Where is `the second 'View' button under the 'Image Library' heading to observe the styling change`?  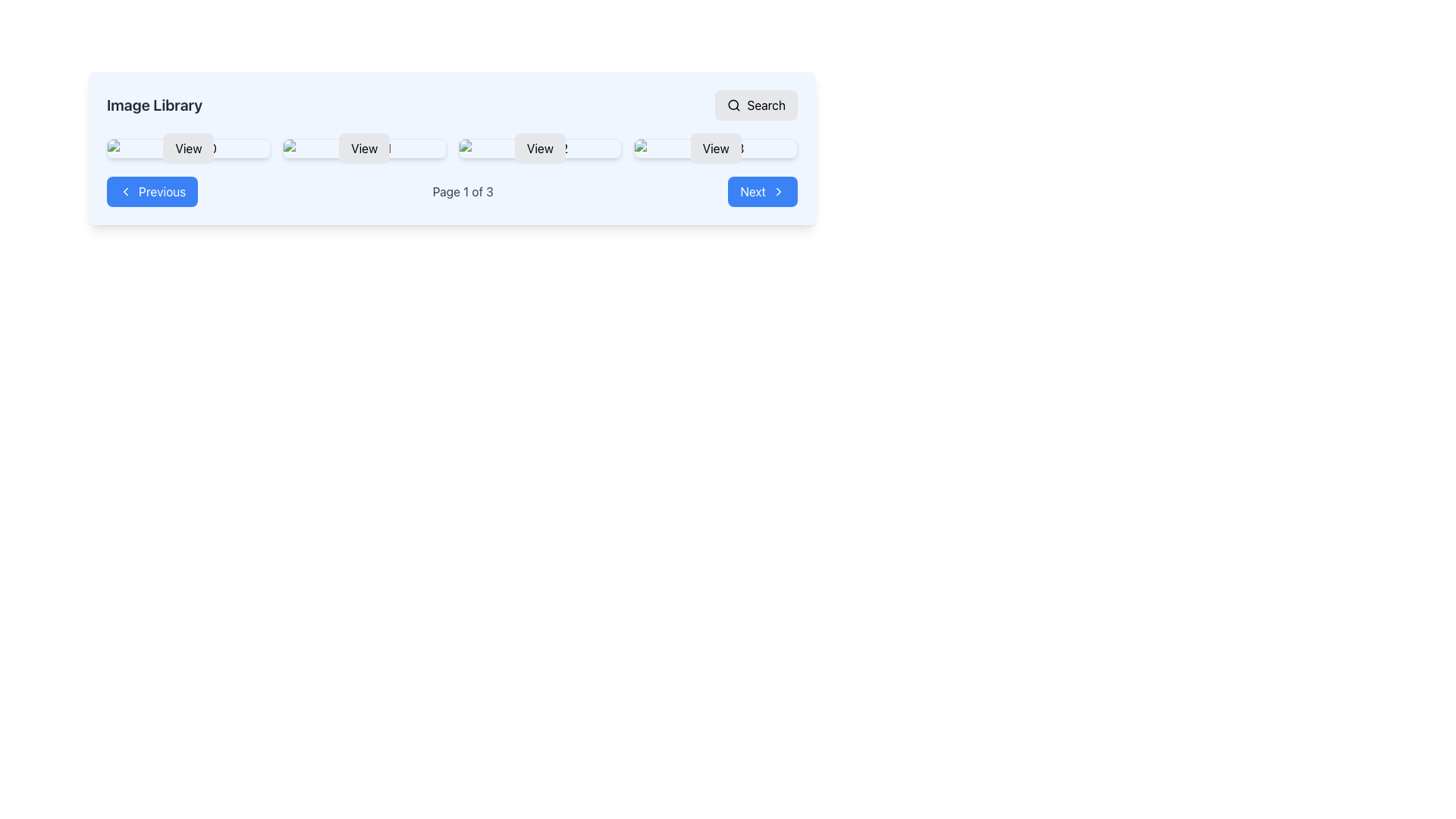
the second 'View' button under the 'Image Library' heading to observe the styling change is located at coordinates (364, 149).